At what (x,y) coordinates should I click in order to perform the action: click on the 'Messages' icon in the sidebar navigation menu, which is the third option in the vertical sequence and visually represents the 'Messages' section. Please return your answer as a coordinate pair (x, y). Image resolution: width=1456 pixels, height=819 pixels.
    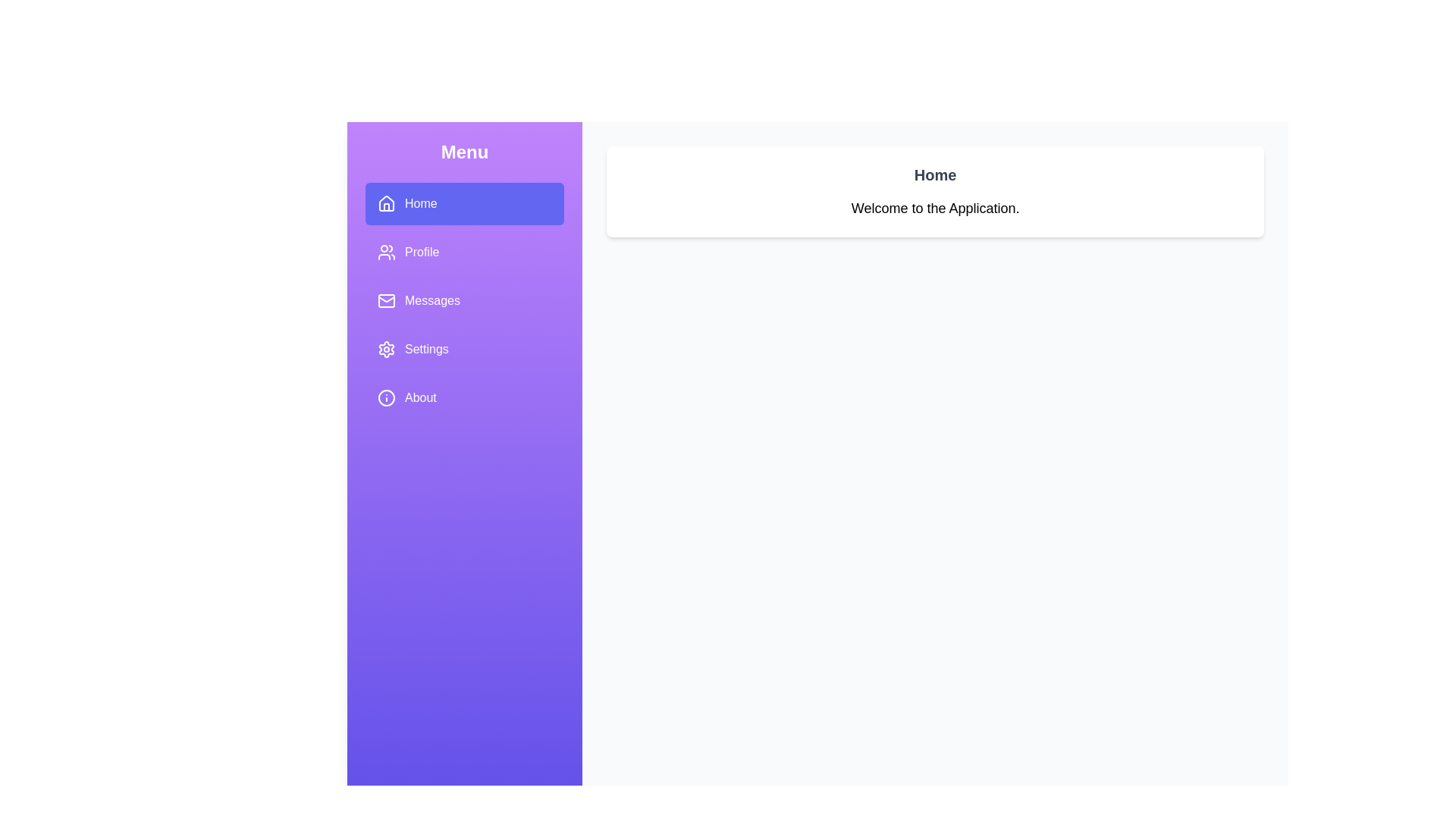
    Looking at the image, I should click on (386, 301).